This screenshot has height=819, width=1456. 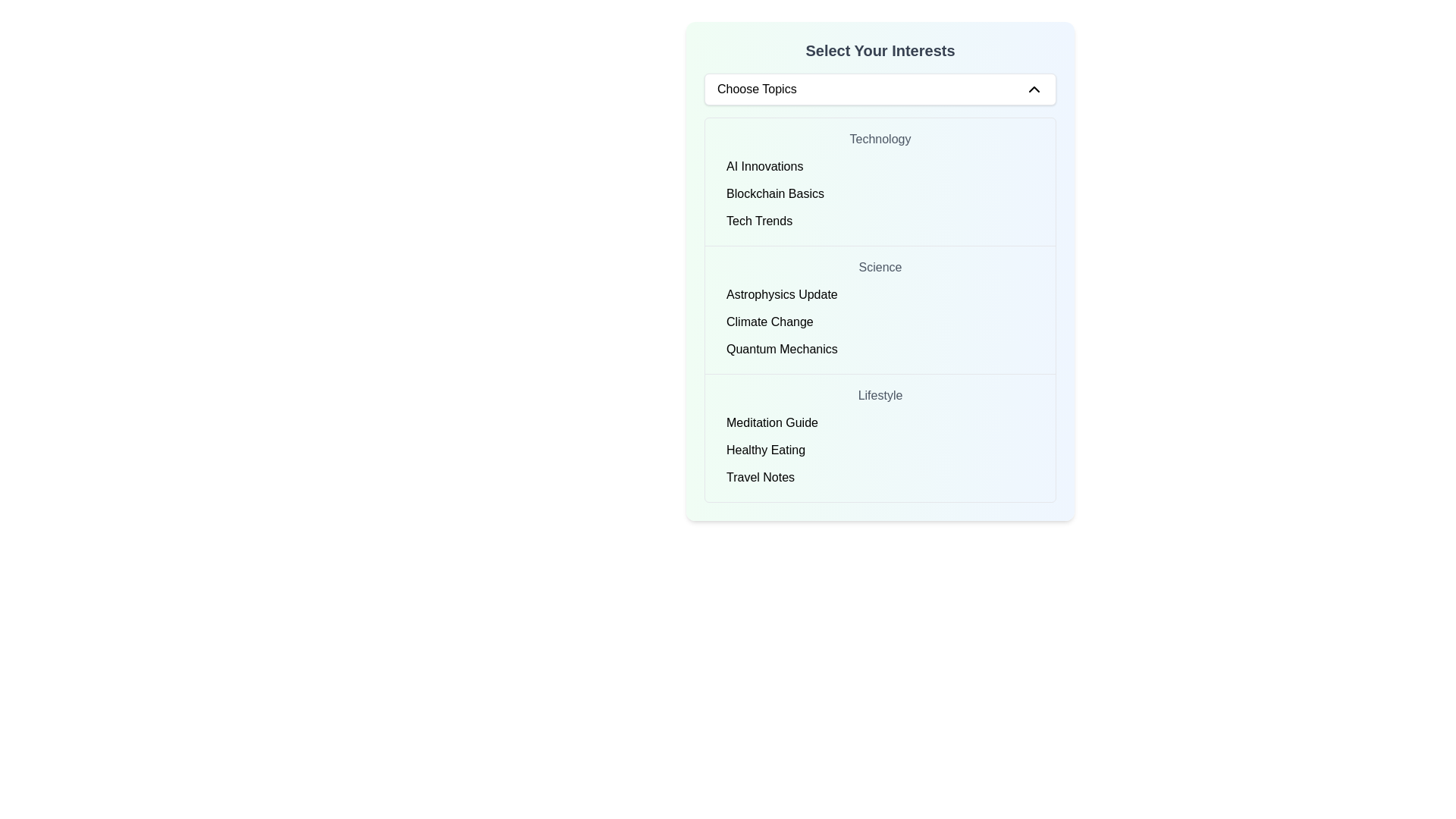 I want to click on the upward-pointing chevron icon located at the far right side of the 'Choose Topics' horizontal bar, so click(x=1033, y=89).